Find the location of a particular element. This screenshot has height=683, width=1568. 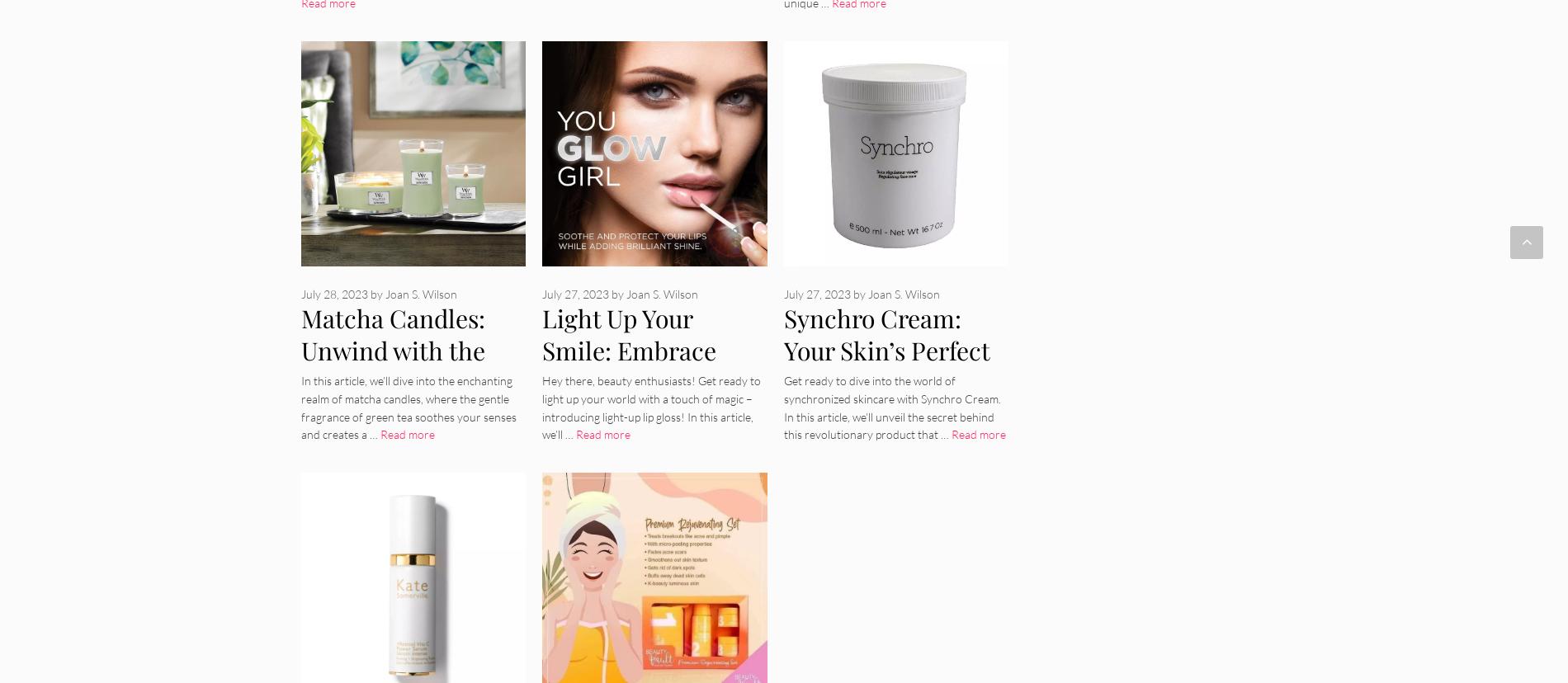

'July 28, 2023' is located at coordinates (333, 293).